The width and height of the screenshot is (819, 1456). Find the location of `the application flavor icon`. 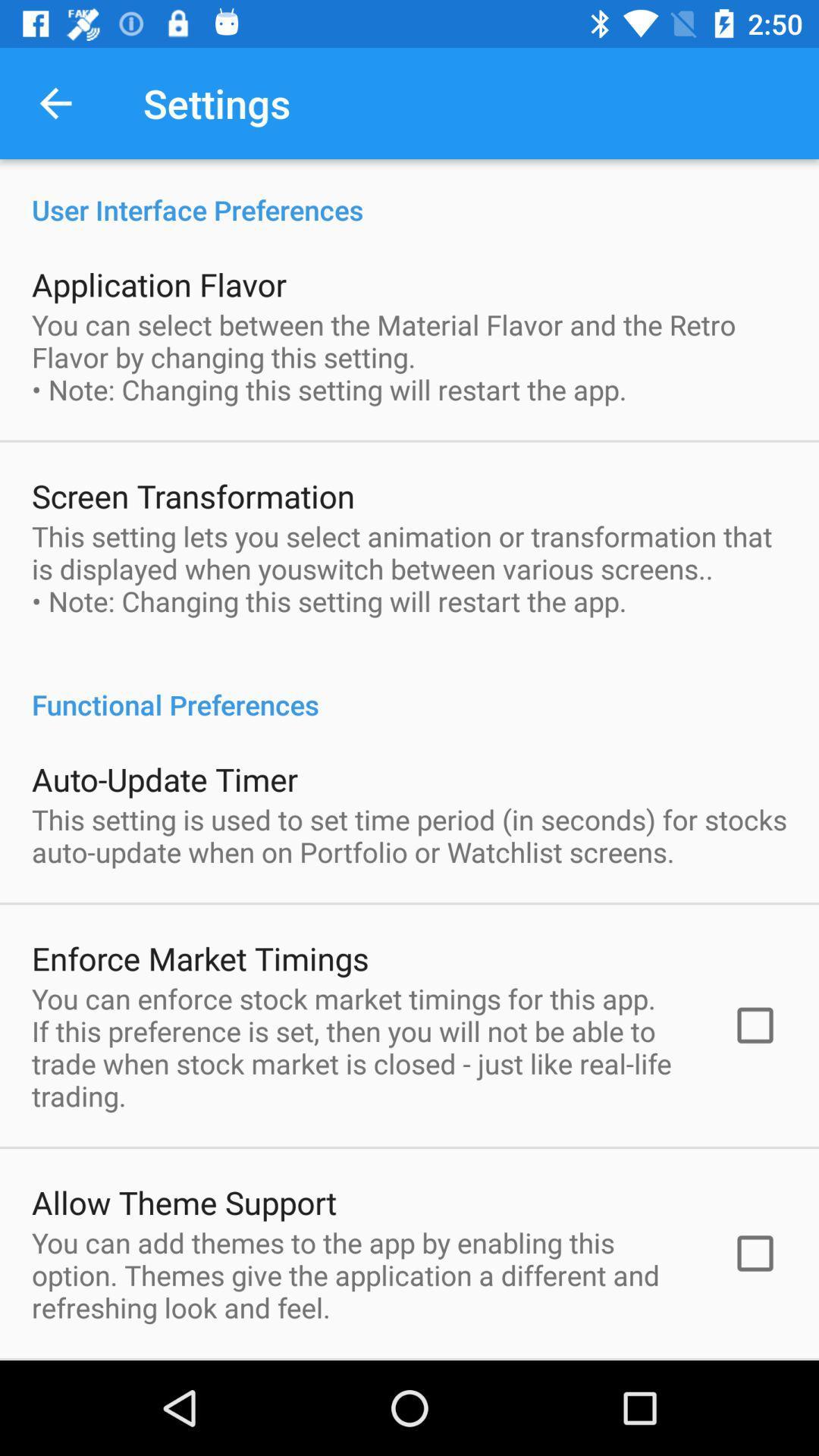

the application flavor icon is located at coordinates (158, 284).